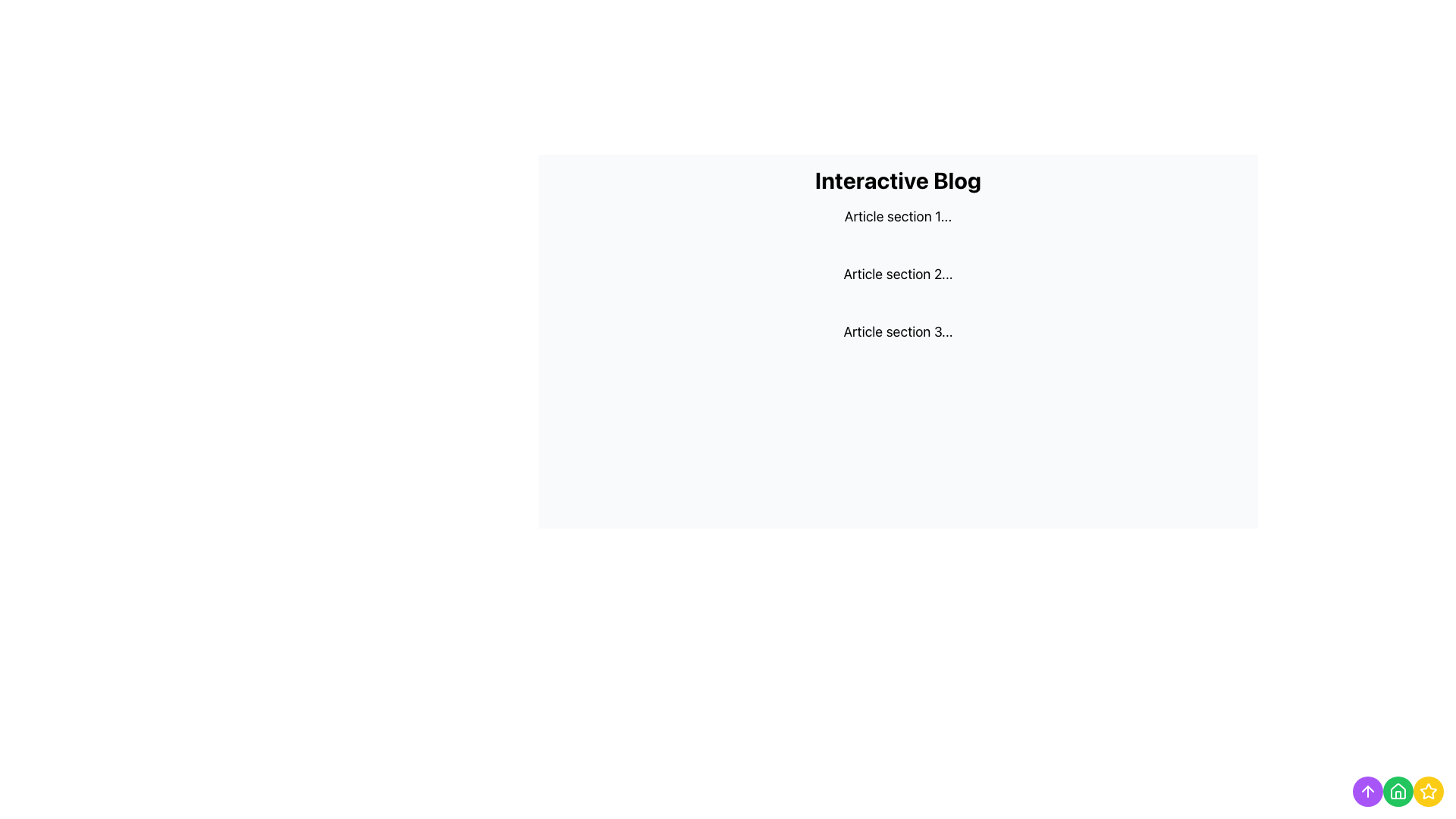 The height and width of the screenshot is (819, 1456). What do you see at coordinates (1397, 791) in the screenshot?
I see `the circular green button with a white house icon located in the bottom-right corner of the interface` at bounding box center [1397, 791].